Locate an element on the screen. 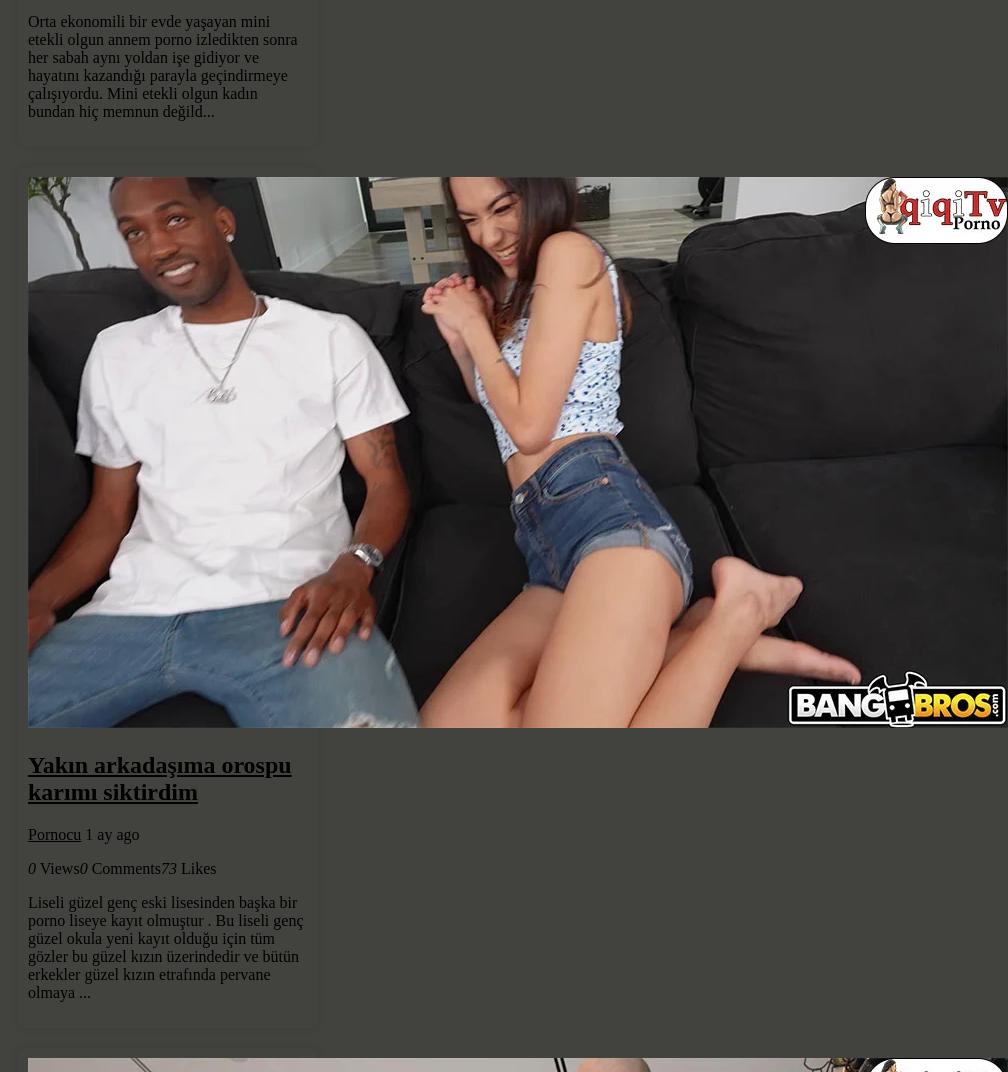 Image resolution: width=1008 pixels, height=1072 pixels. 'Views' is located at coordinates (58, 867).